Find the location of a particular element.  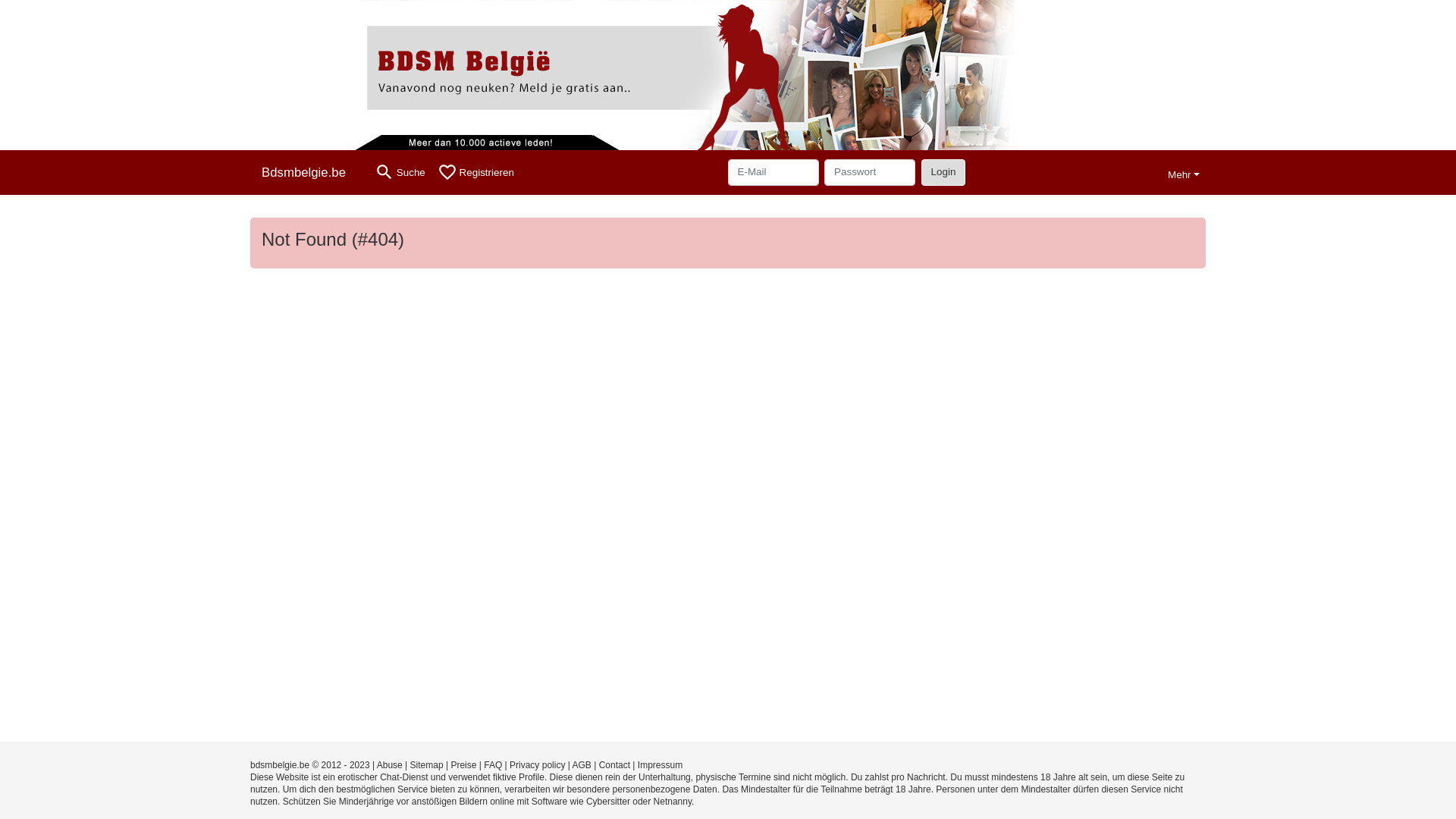

'Sitemap' is located at coordinates (425, 765).